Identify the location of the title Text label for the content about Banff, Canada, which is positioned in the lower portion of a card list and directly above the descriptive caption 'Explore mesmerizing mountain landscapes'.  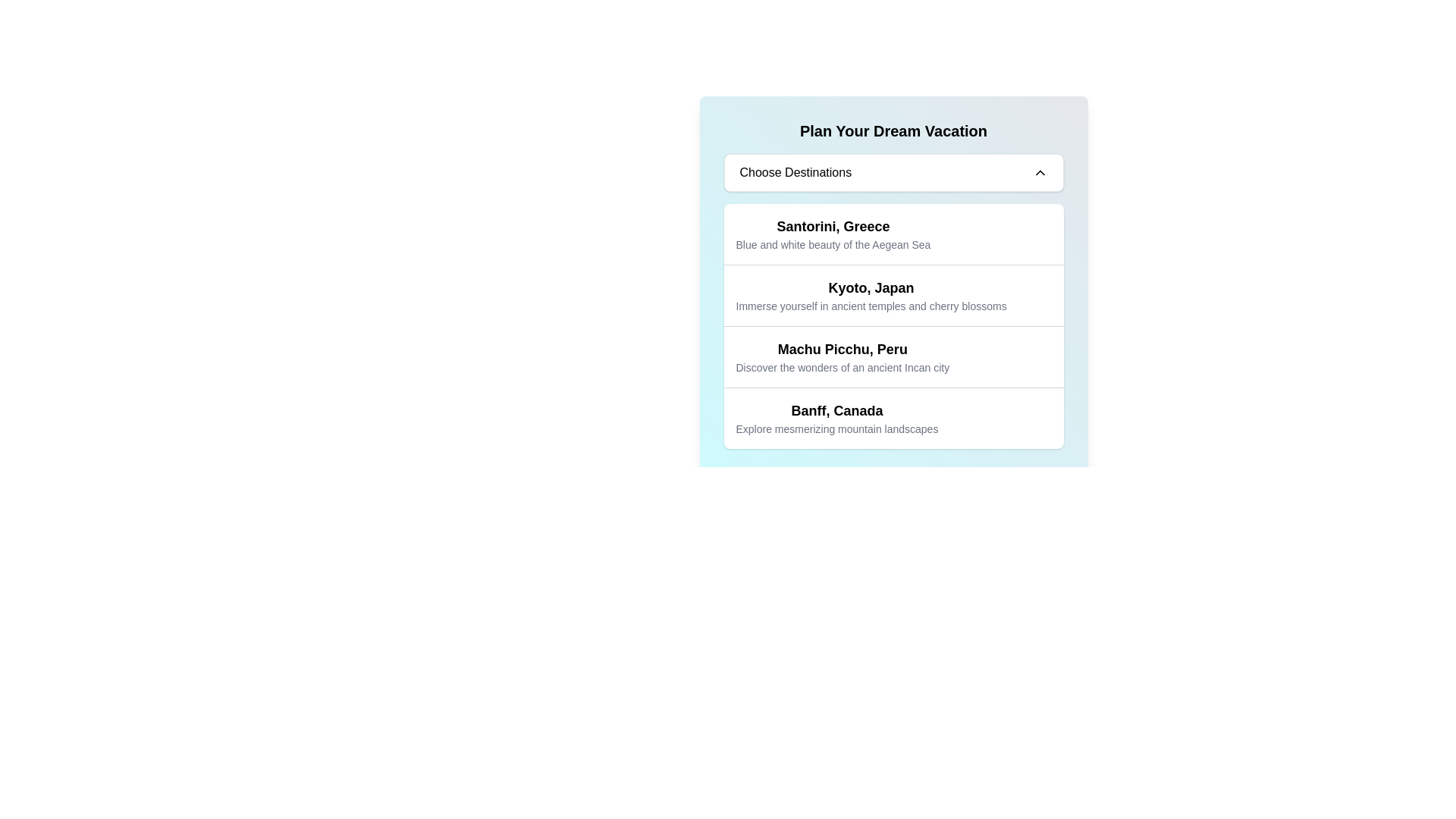
(836, 411).